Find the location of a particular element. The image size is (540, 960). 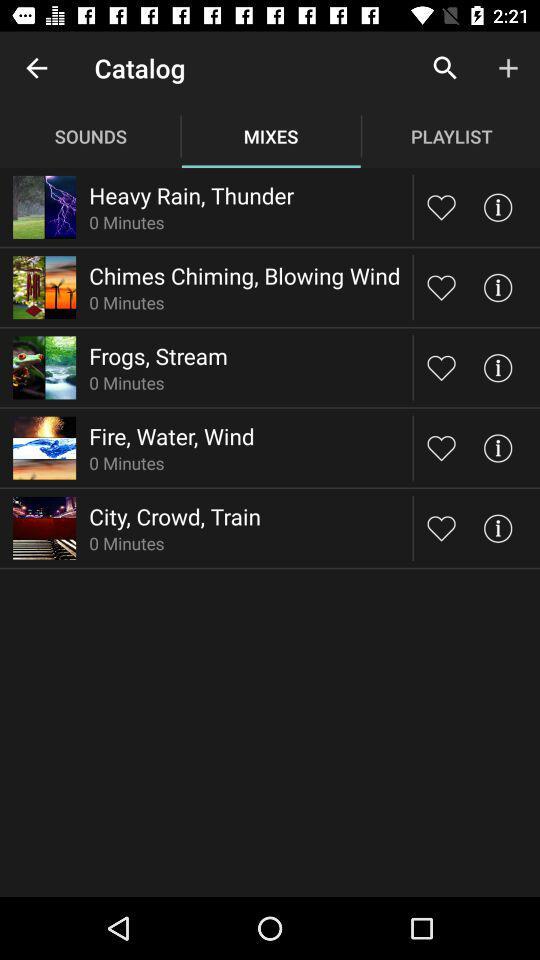

info for chimes chiming blowing wind is located at coordinates (496, 286).